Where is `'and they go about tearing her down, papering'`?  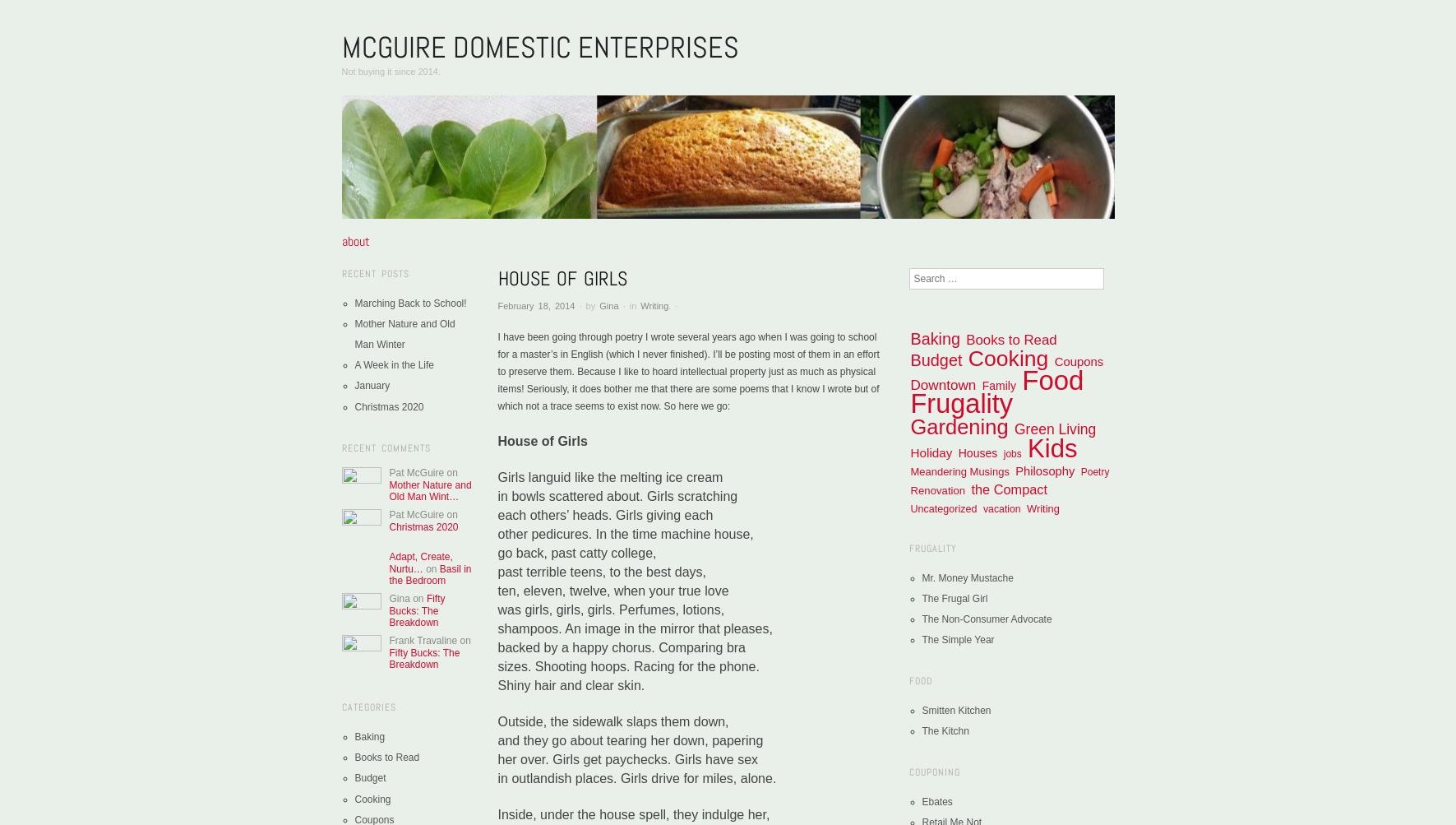
'and they go about tearing her down, papering' is located at coordinates (629, 740).